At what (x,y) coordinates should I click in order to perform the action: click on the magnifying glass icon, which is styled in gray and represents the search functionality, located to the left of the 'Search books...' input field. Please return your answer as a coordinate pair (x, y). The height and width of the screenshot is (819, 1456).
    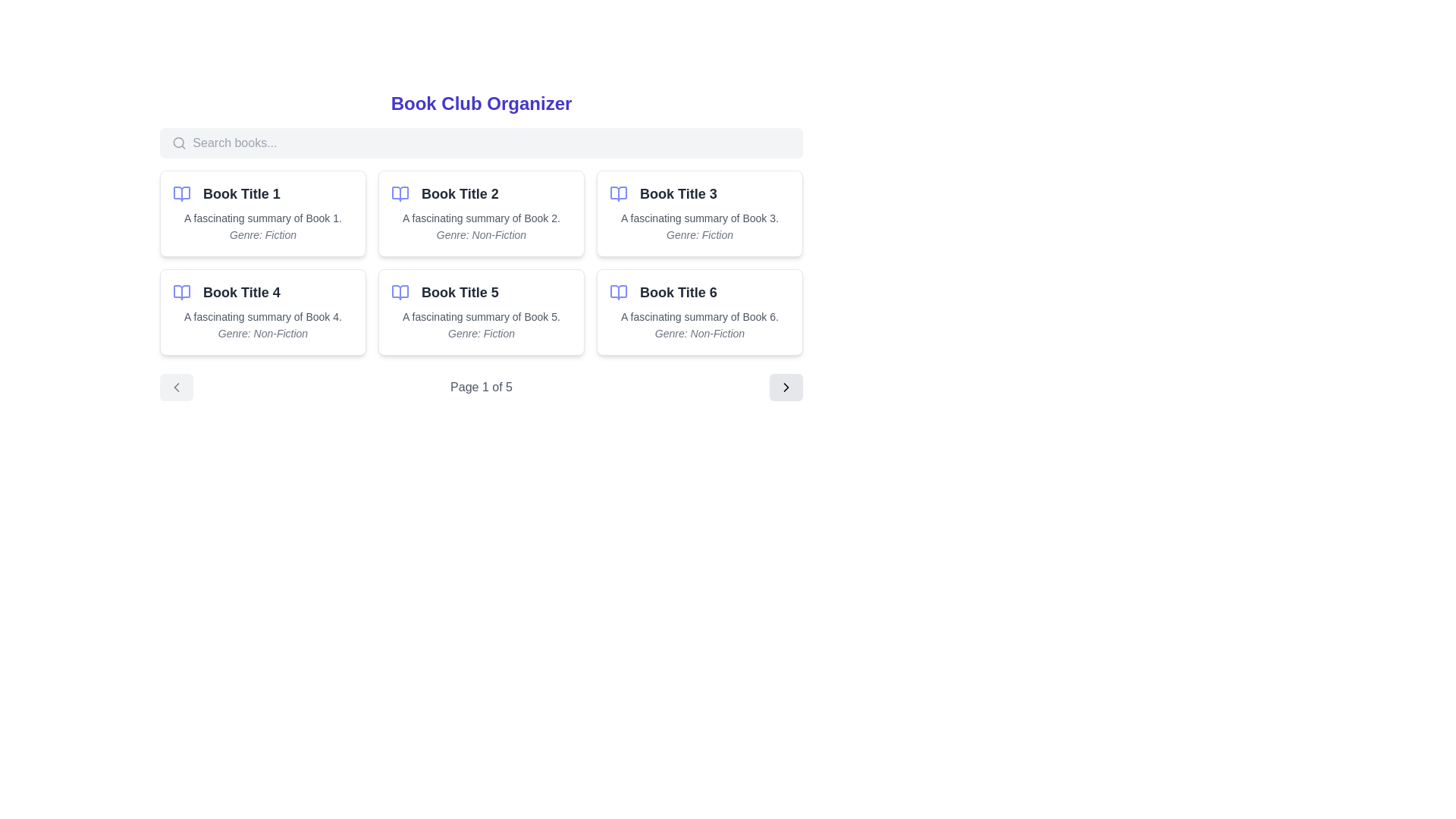
    Looking at the image, I should click on (179, 143).